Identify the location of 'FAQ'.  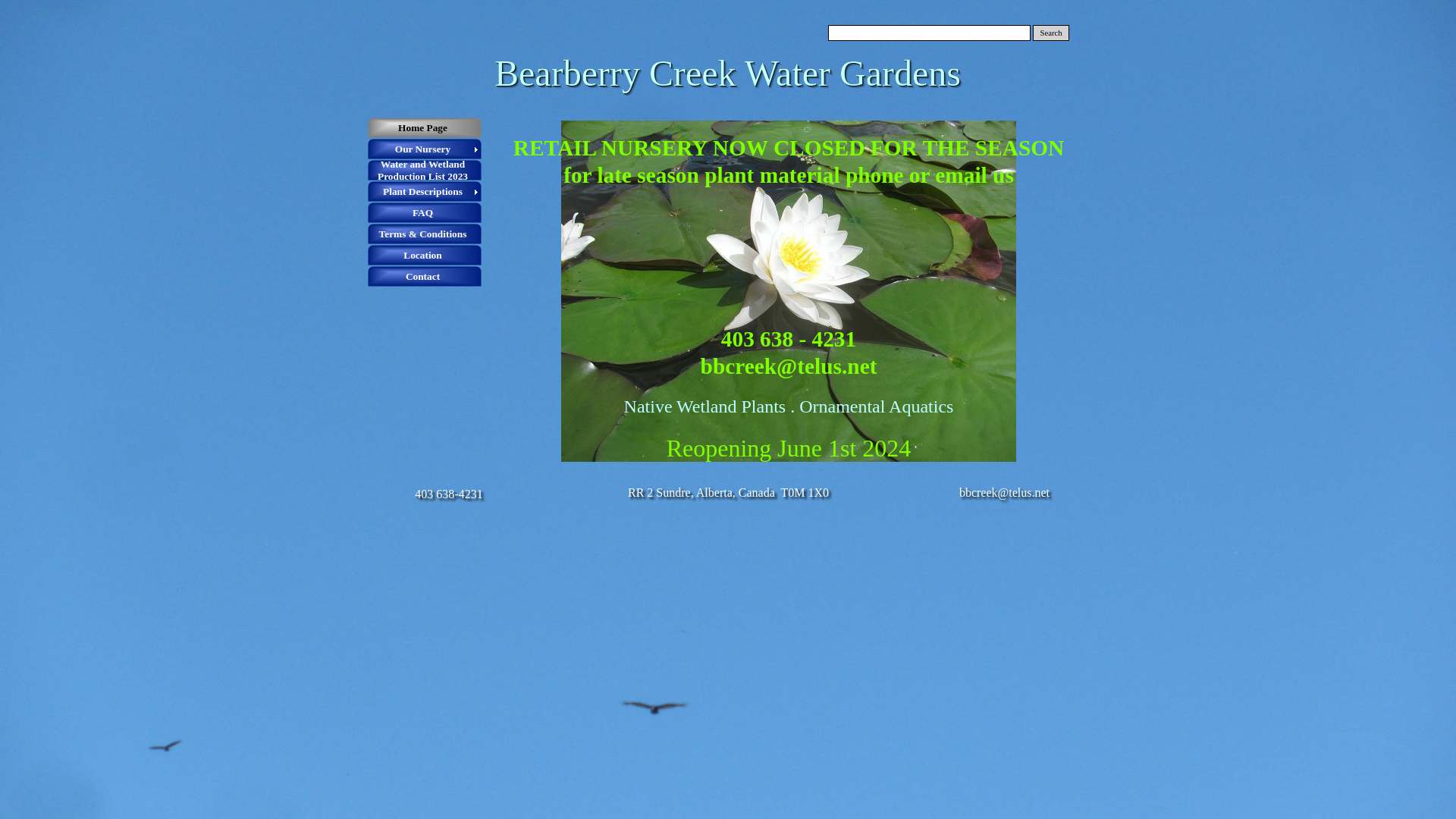
(425, 213).